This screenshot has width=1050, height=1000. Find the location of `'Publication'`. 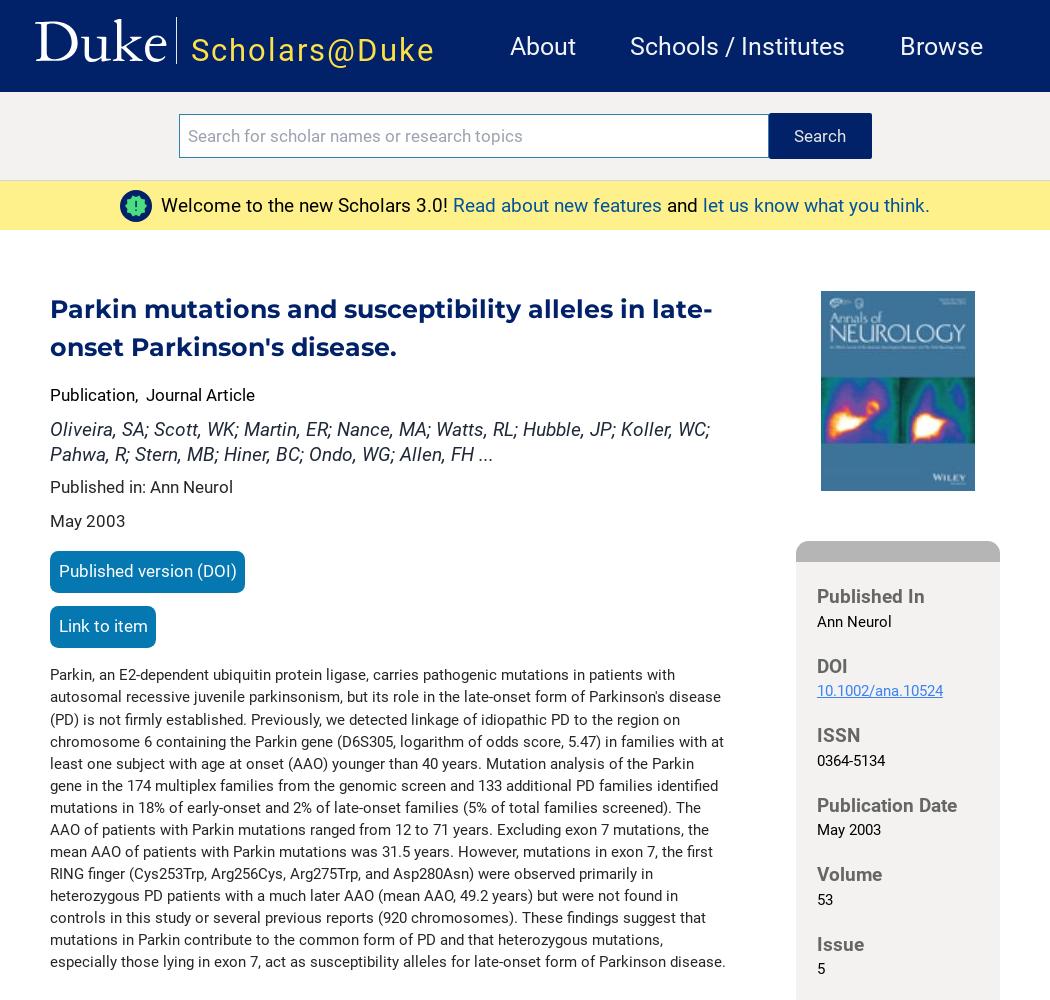

'Publication' is located at coordinates (92, 395).